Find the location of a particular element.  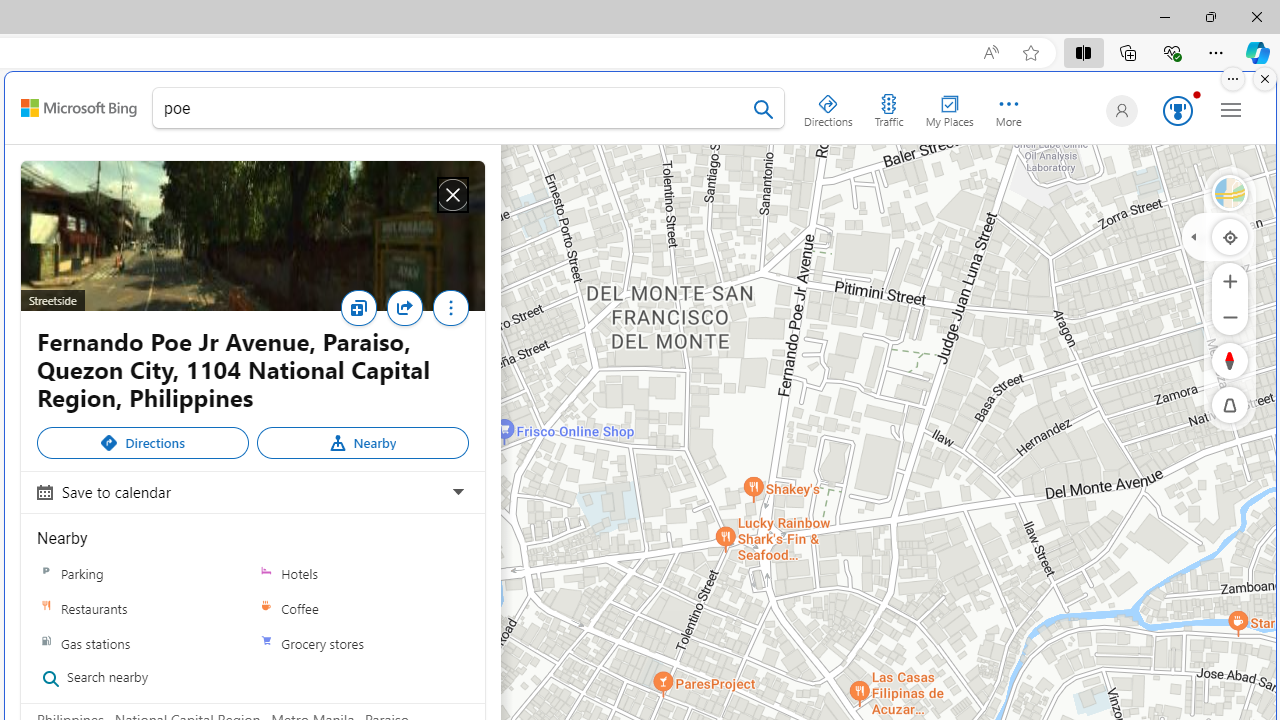

'Save' is located at coordinates (359, 308).